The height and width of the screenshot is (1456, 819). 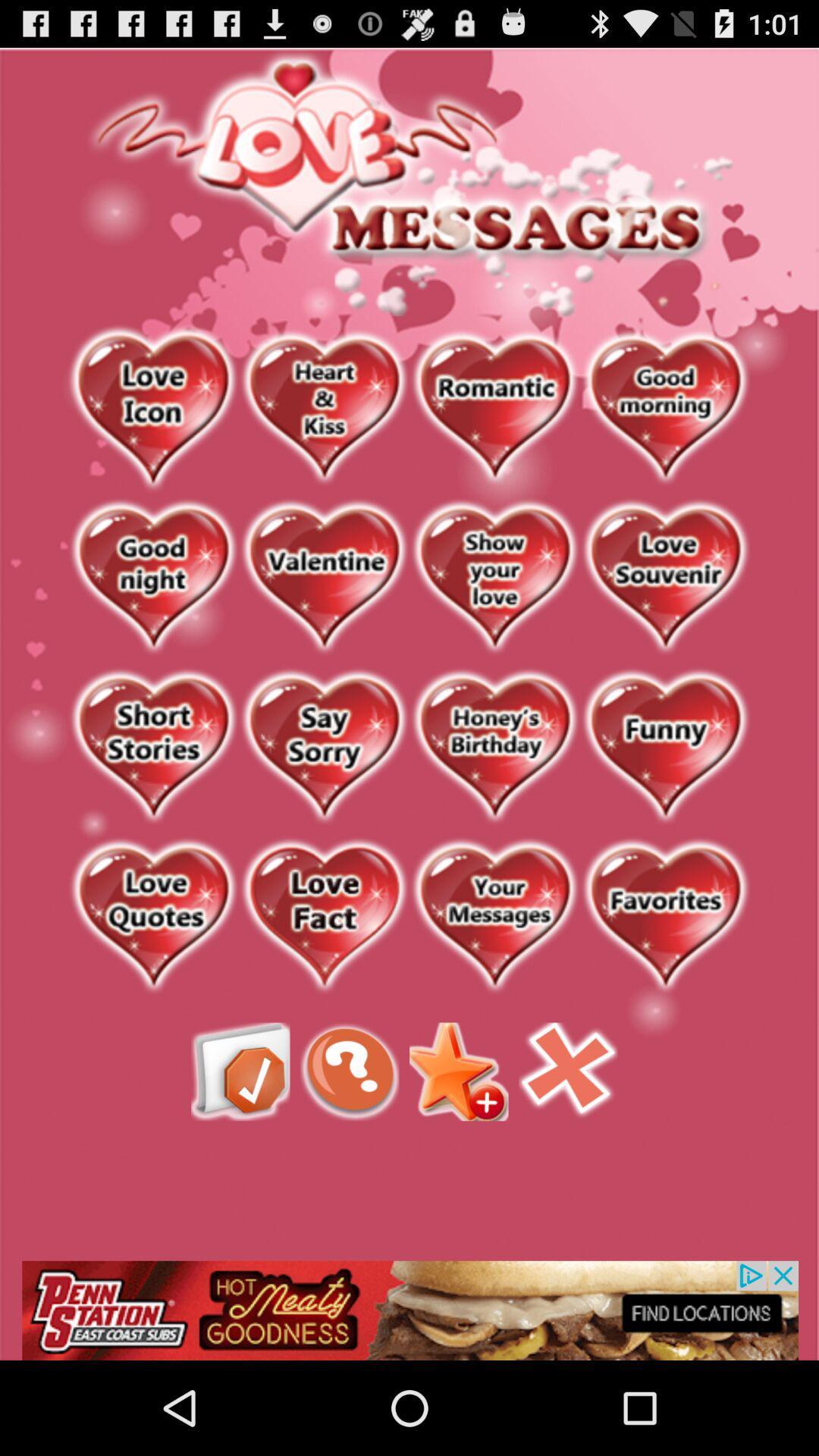 I want to click on say sorry, so click(x=323, y=748).